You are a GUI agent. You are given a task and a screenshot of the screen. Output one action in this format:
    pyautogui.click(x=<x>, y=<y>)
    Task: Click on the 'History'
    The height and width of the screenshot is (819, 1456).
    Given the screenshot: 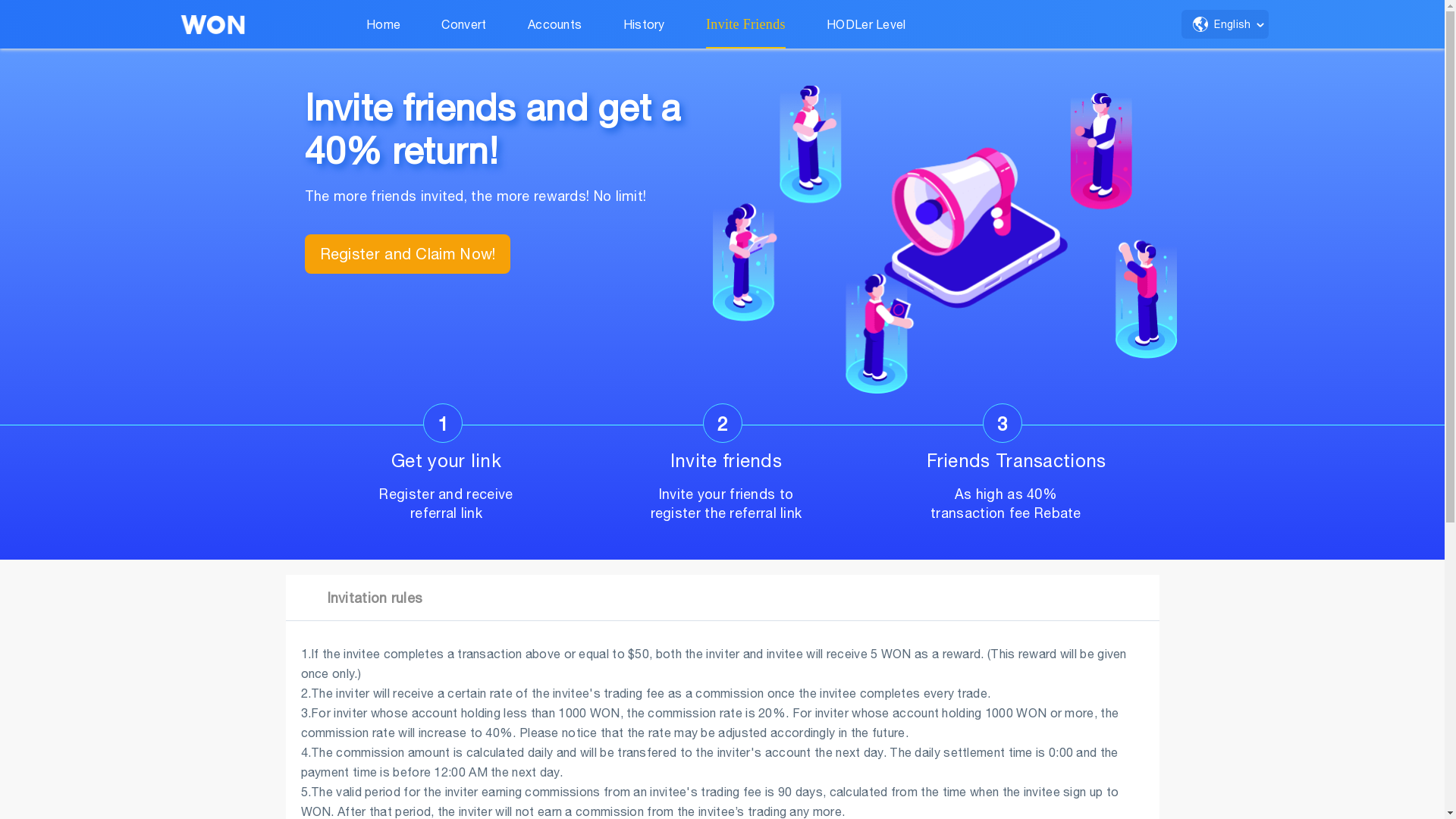 What is the action you would take?
    pyautogui.click(x=644, y=24)
    